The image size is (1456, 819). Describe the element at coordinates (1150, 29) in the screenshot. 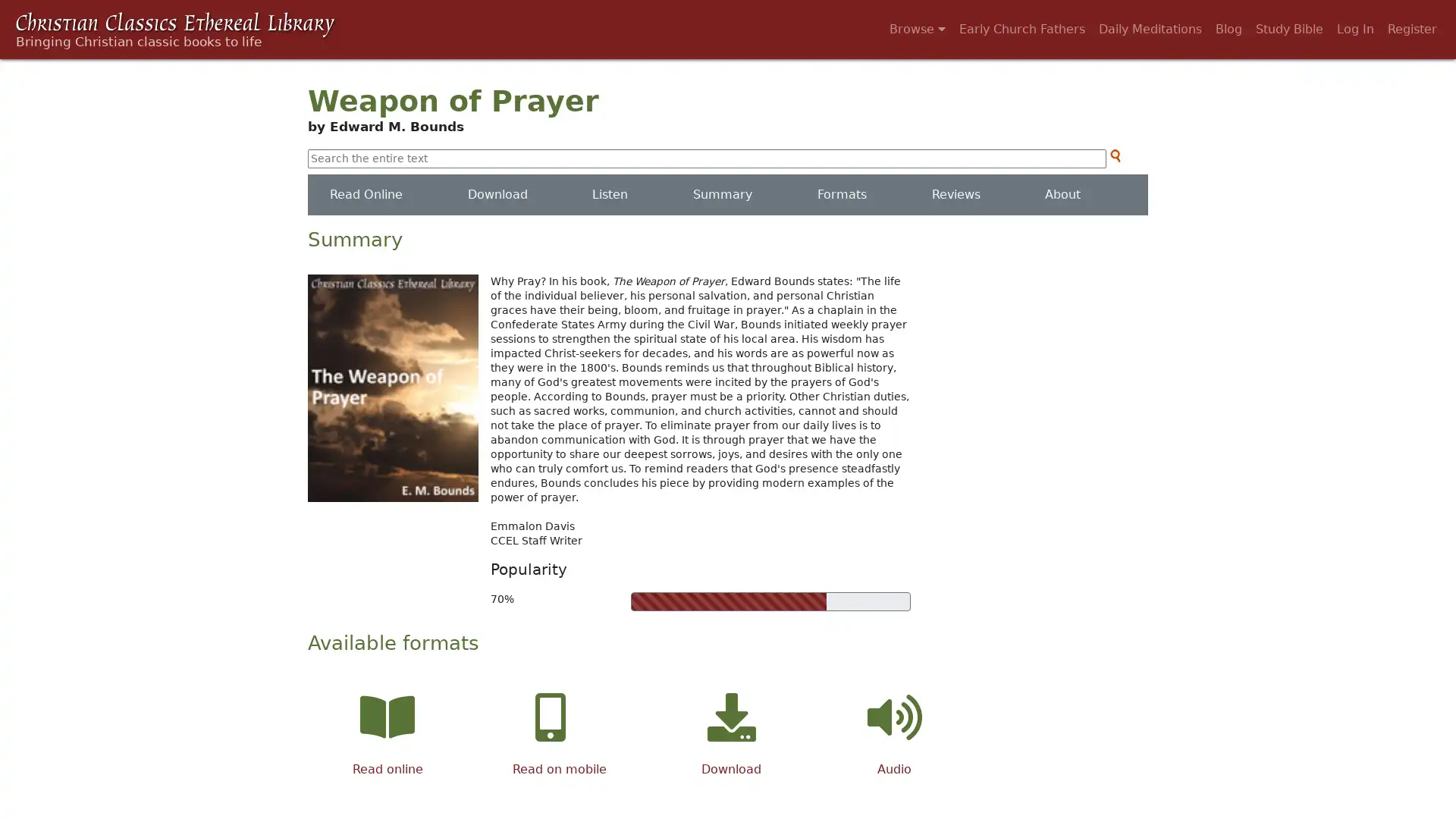

I see `Daily Meditations` at that location.